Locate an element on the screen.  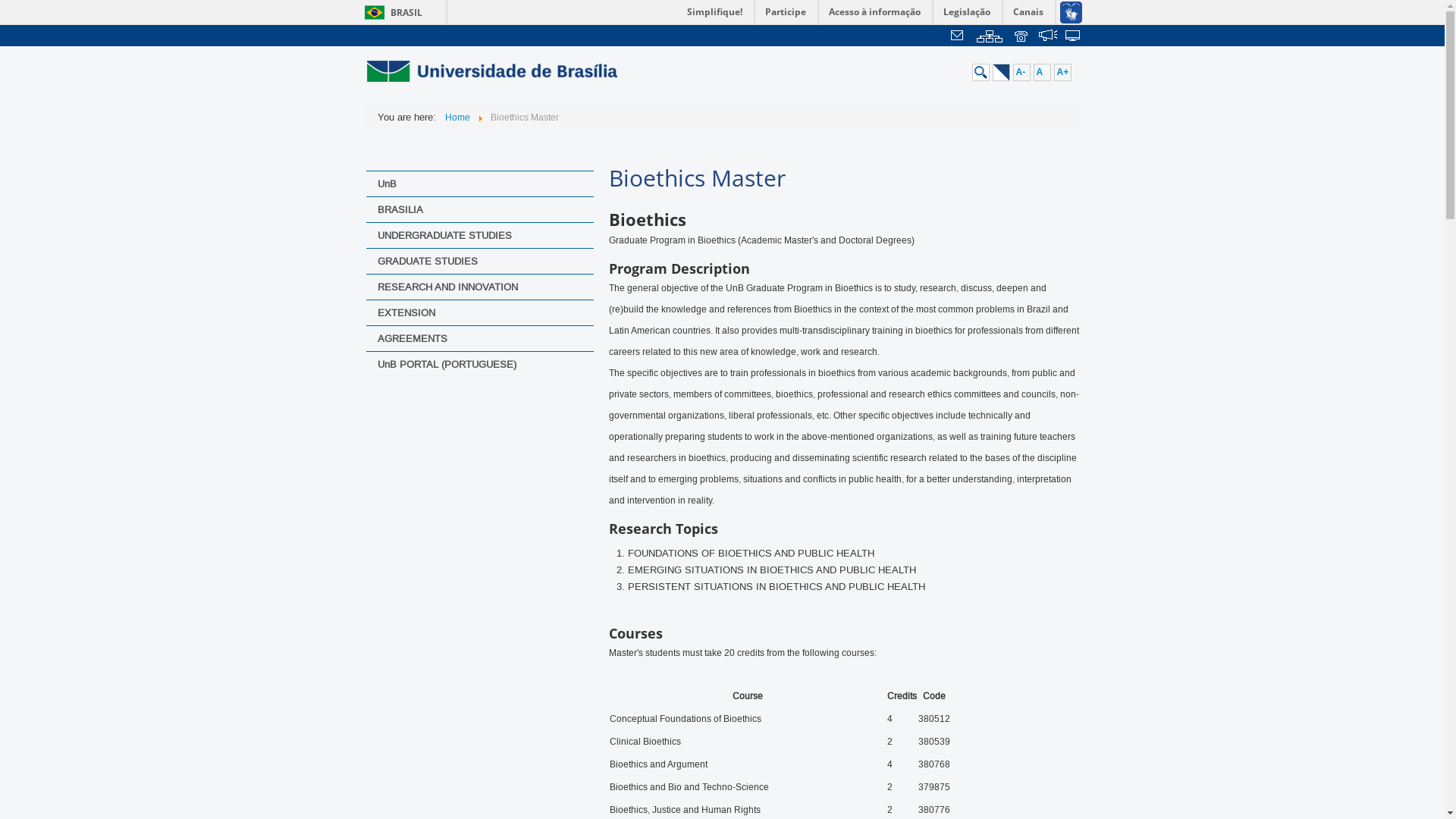
'AGREEMENTS' is located at coordinates (479, 337).